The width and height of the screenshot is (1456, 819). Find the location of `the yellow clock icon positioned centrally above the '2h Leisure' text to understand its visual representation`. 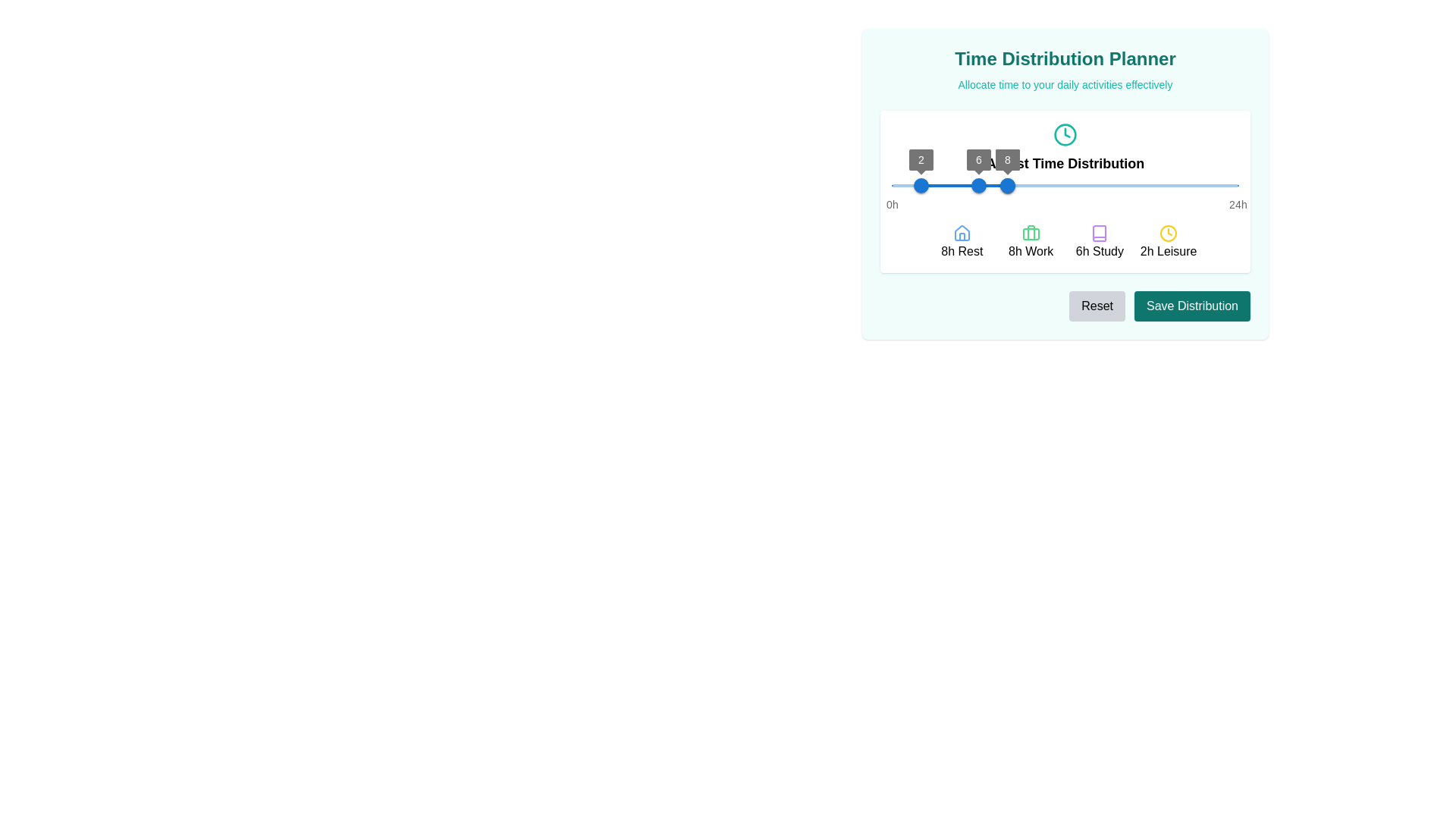

the yellow clock icon positioned centrally above the '2h Leisure' text to understand its visual representation is located at coordinates (1168, 234).